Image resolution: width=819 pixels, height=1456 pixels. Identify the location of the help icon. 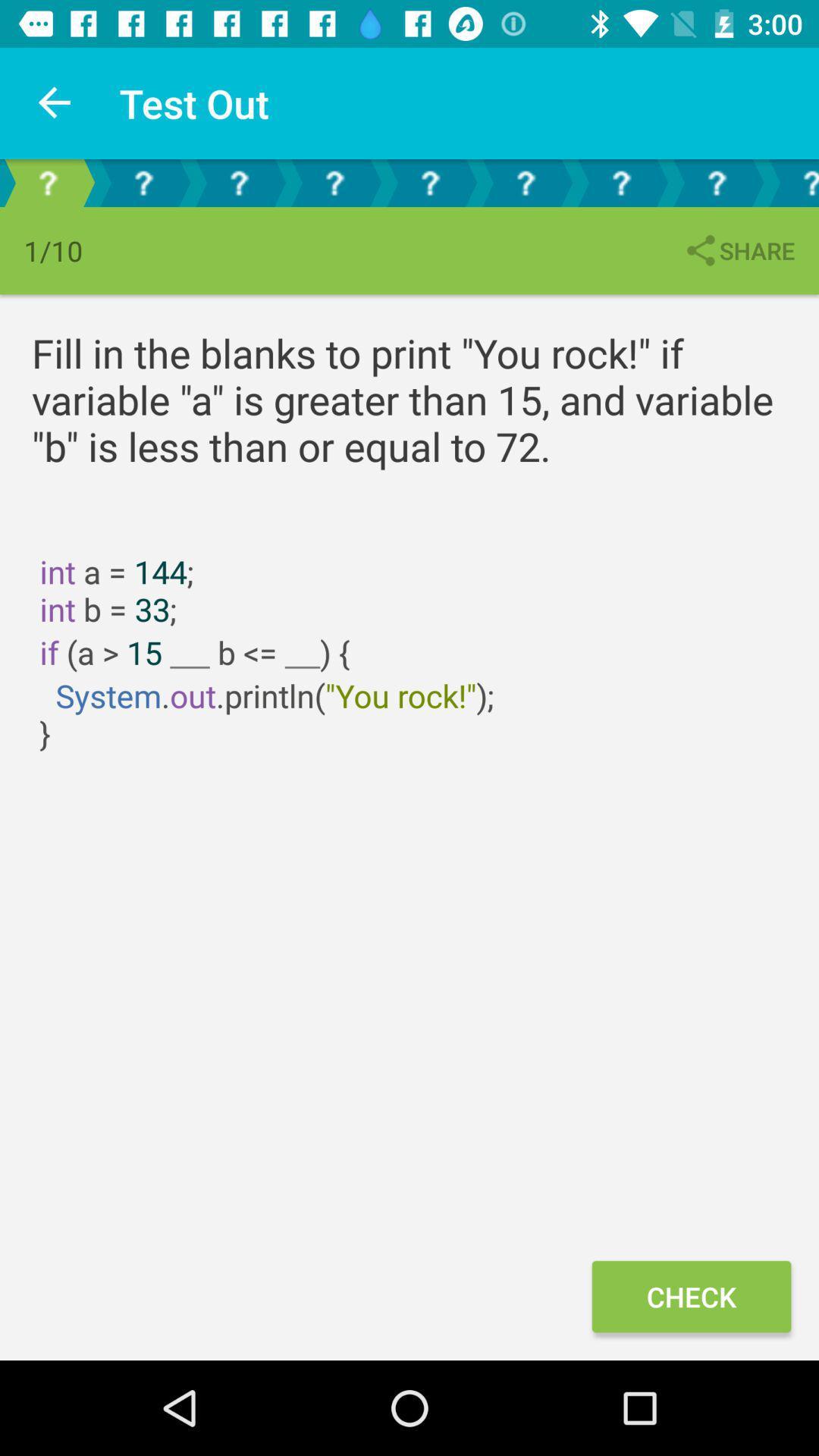
(239, 182).